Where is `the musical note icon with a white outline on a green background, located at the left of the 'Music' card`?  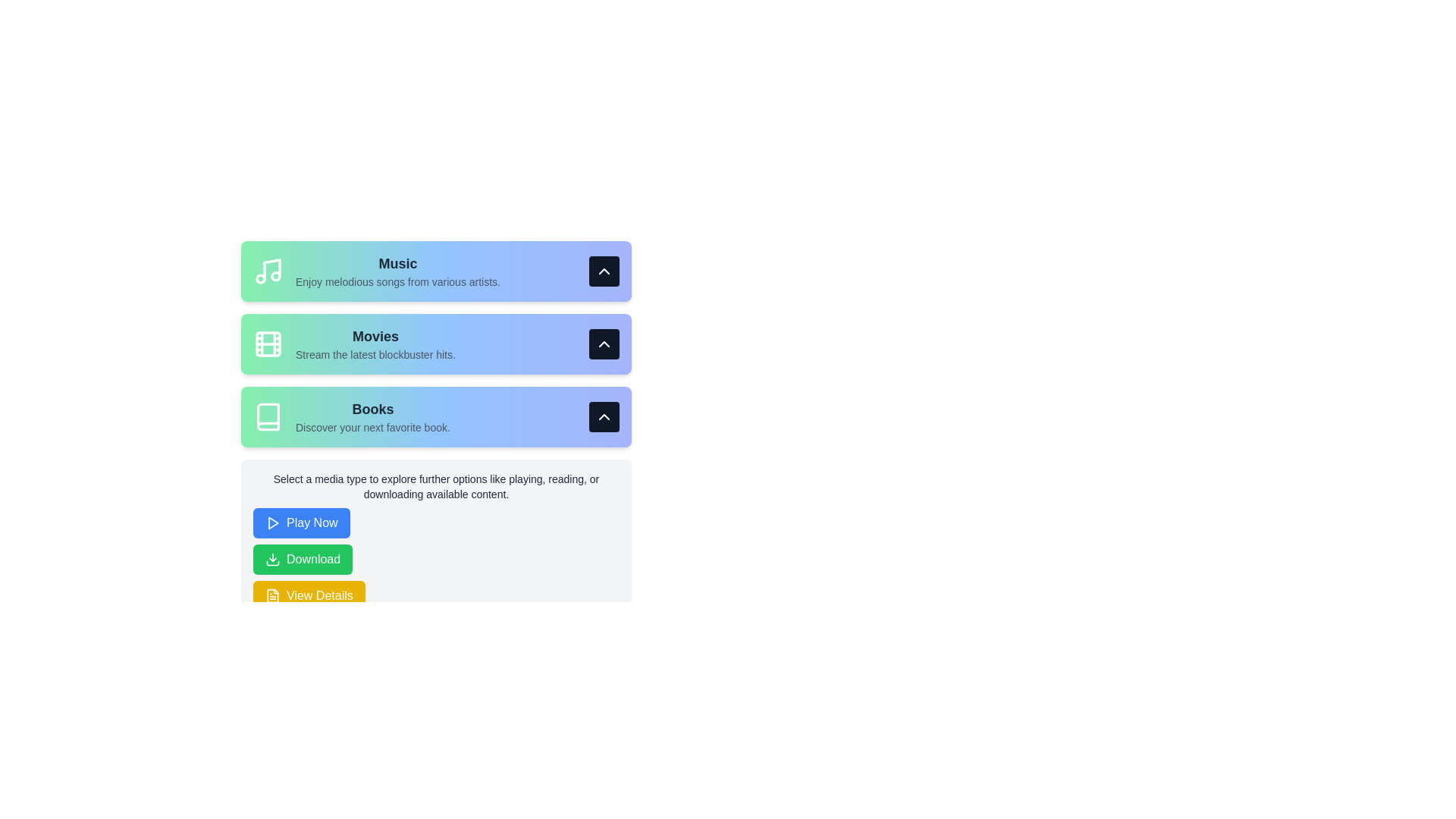 the musical note icon with a white outline on a green background, located at the left of the 'Music' card is located at coordinates (268, 271).